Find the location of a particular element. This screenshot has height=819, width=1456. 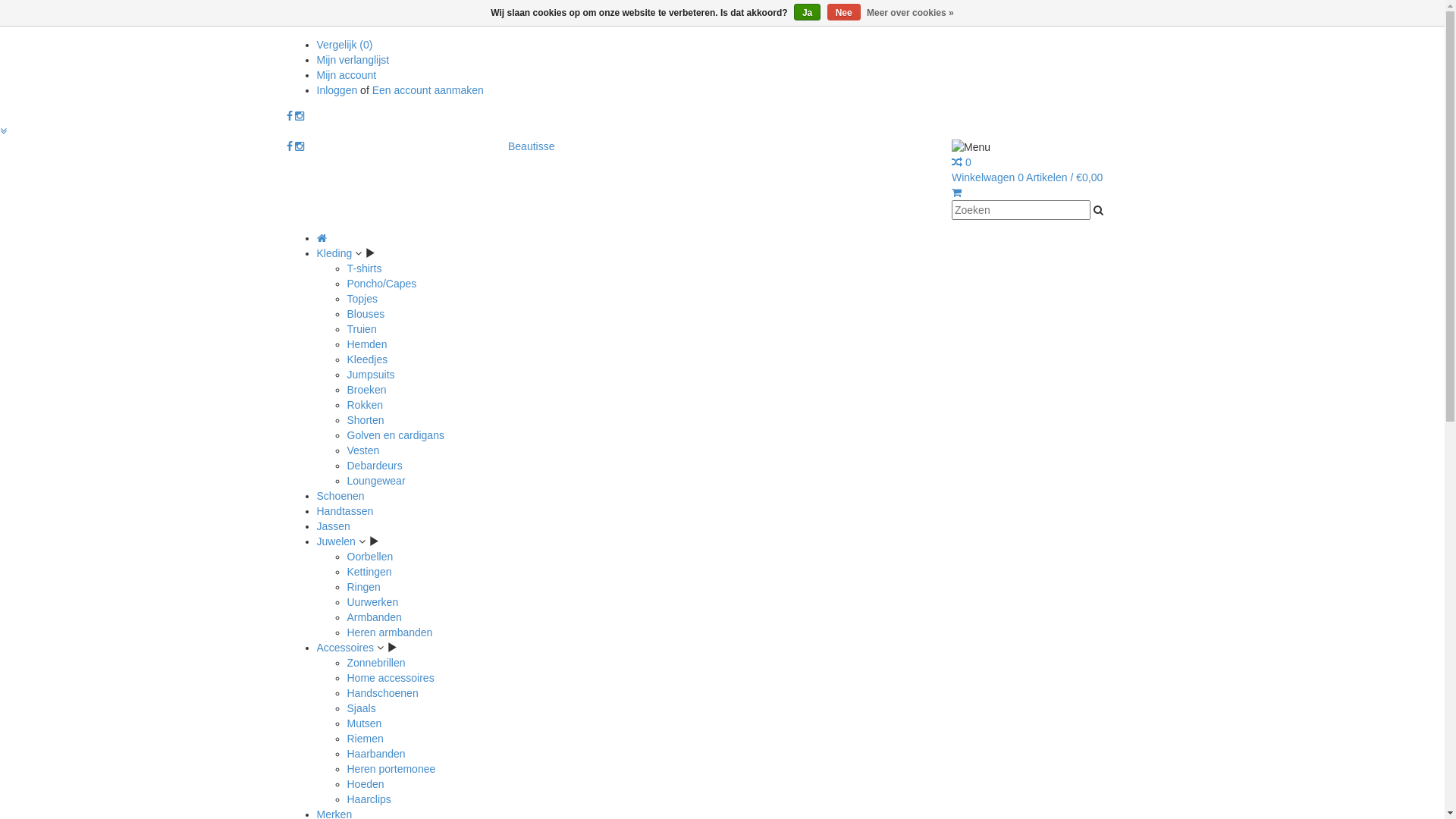

'Hemden' is located at coordinates (367, 344).